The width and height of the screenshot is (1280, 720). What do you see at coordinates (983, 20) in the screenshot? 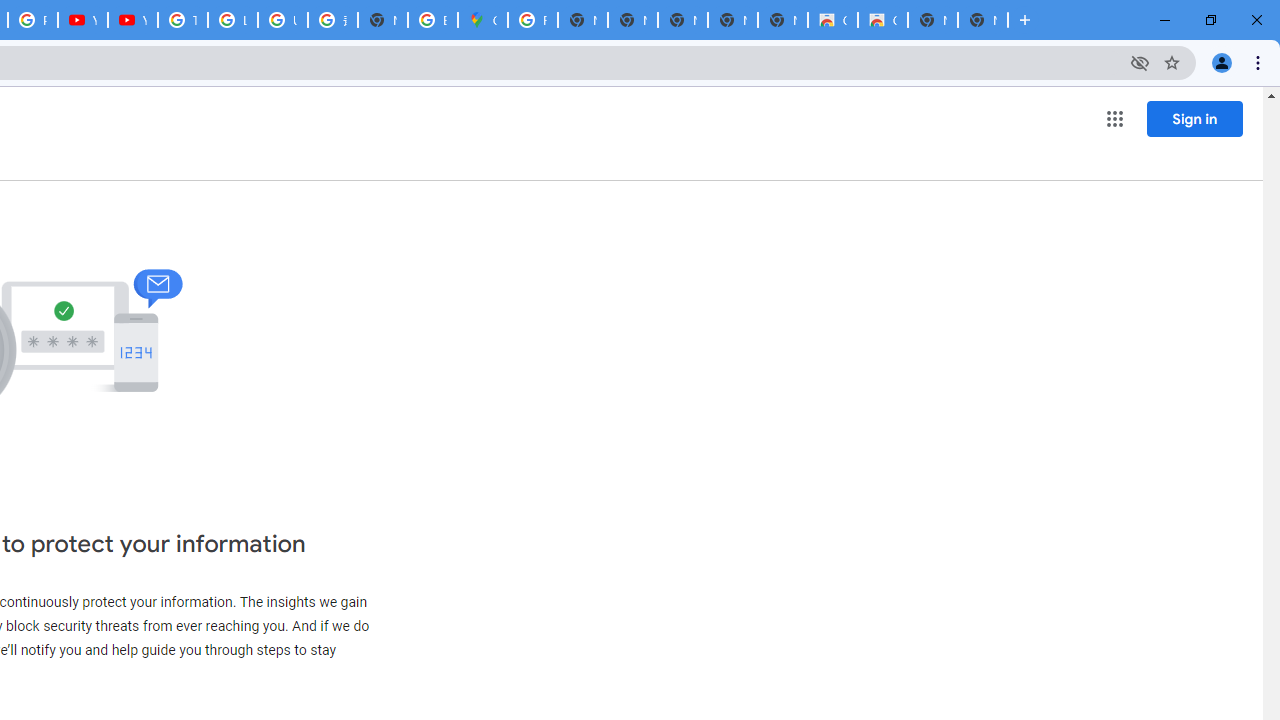
I see `'New Tab'` at bounding box center [983, 20].